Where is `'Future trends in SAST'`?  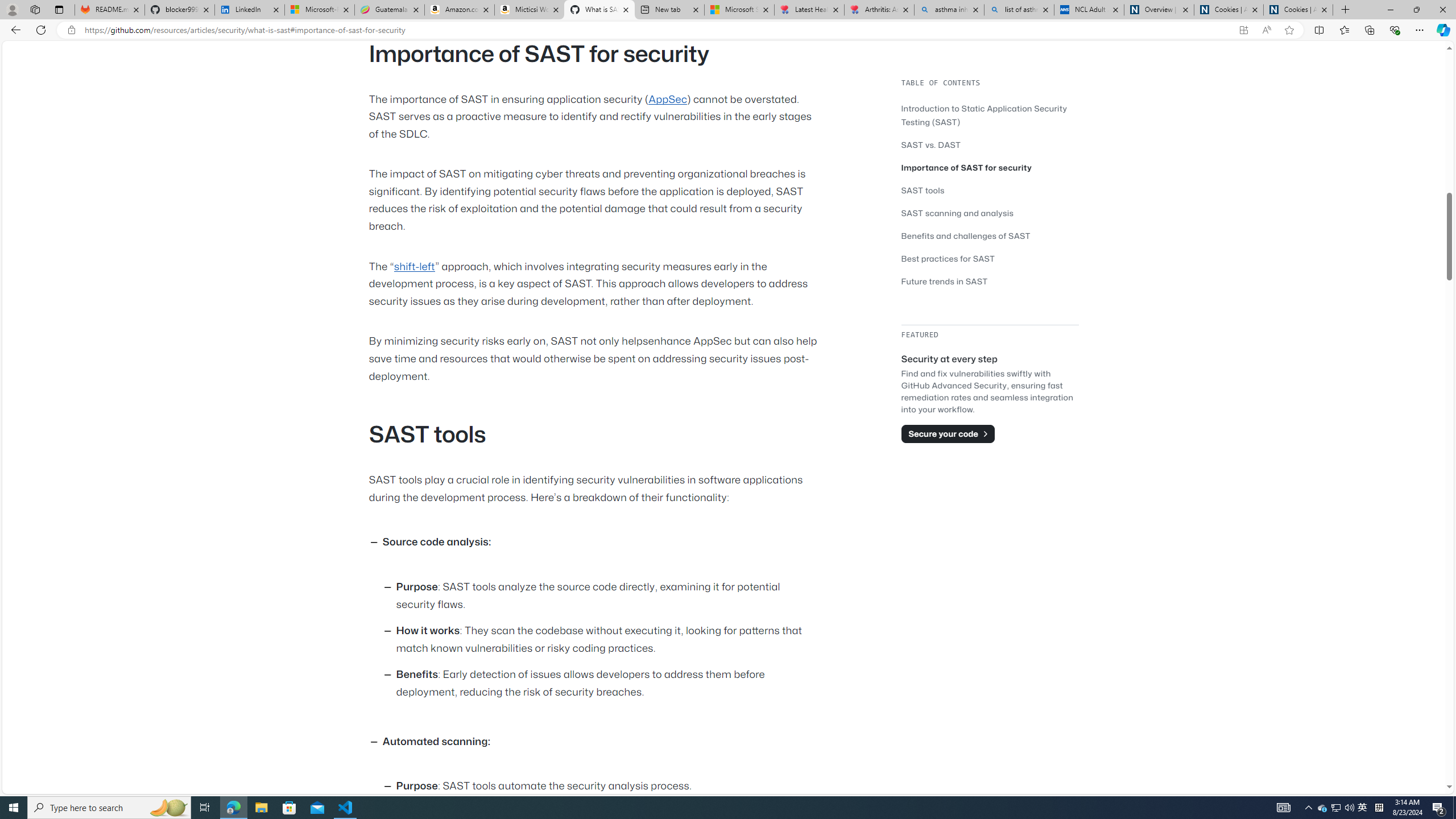 'Future trends in SAST' is located at coordinates (944, 281).